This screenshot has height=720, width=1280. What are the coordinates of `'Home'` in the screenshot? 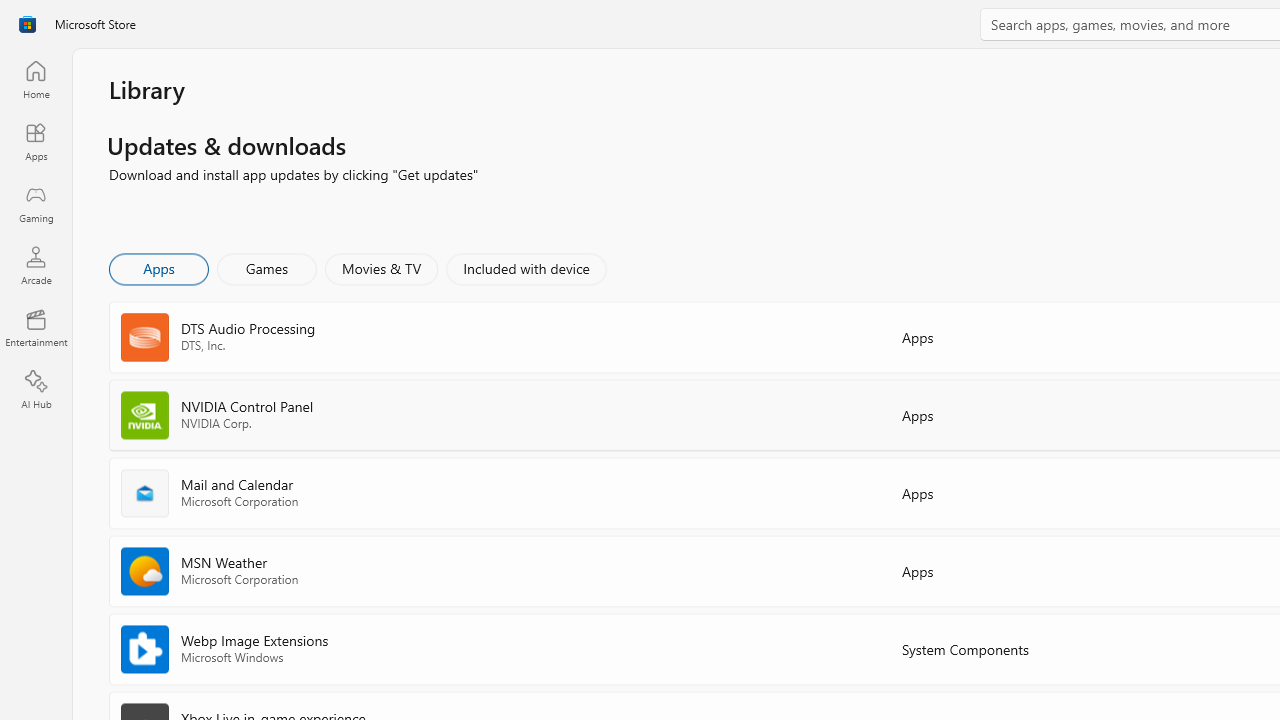 It's located at (35, 78).